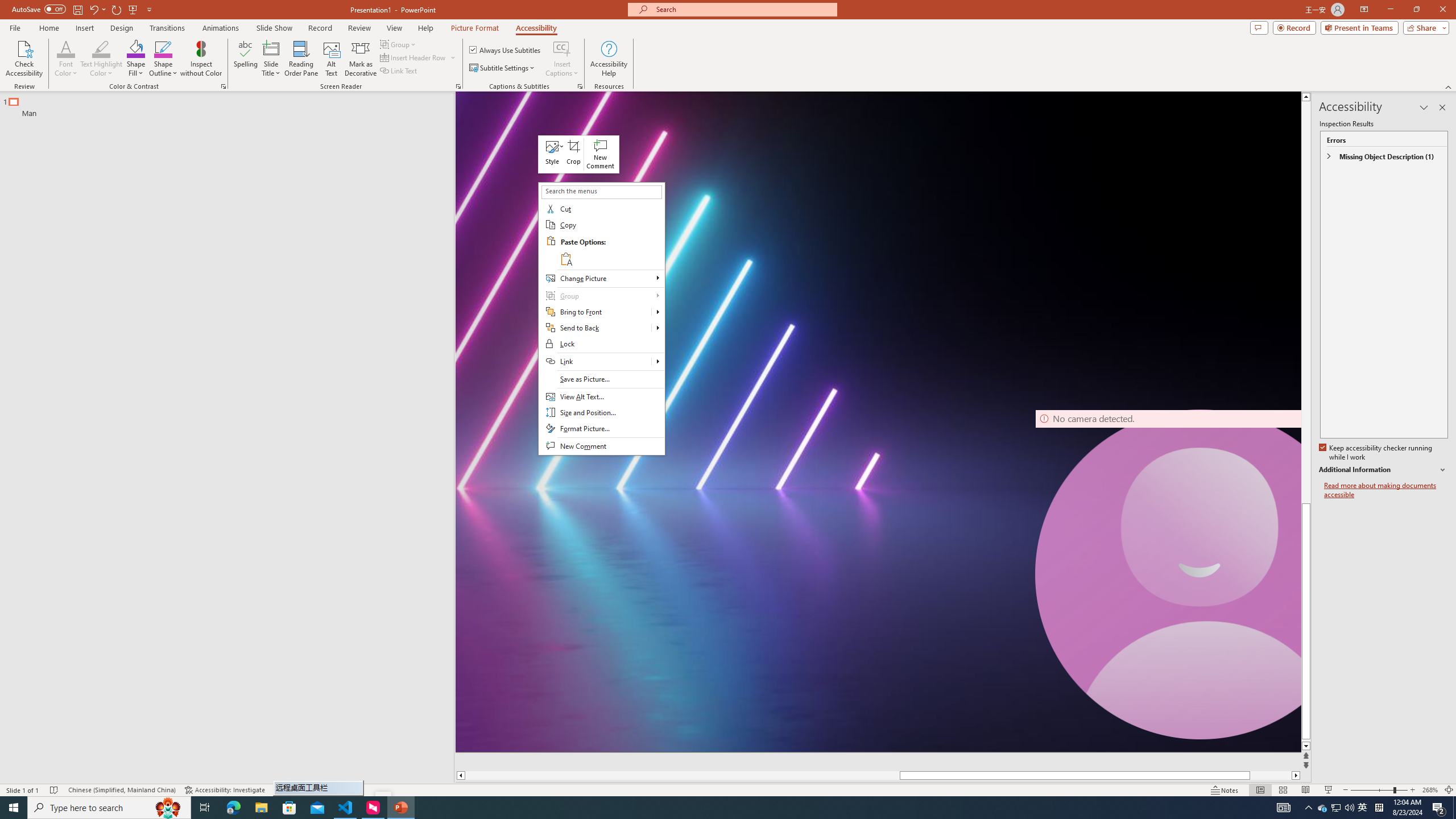 This screenshot has width=1456, height=819. Describe the element at coordinates (601, 279) in the screenshot. I see `'Change Picture'` at that location.